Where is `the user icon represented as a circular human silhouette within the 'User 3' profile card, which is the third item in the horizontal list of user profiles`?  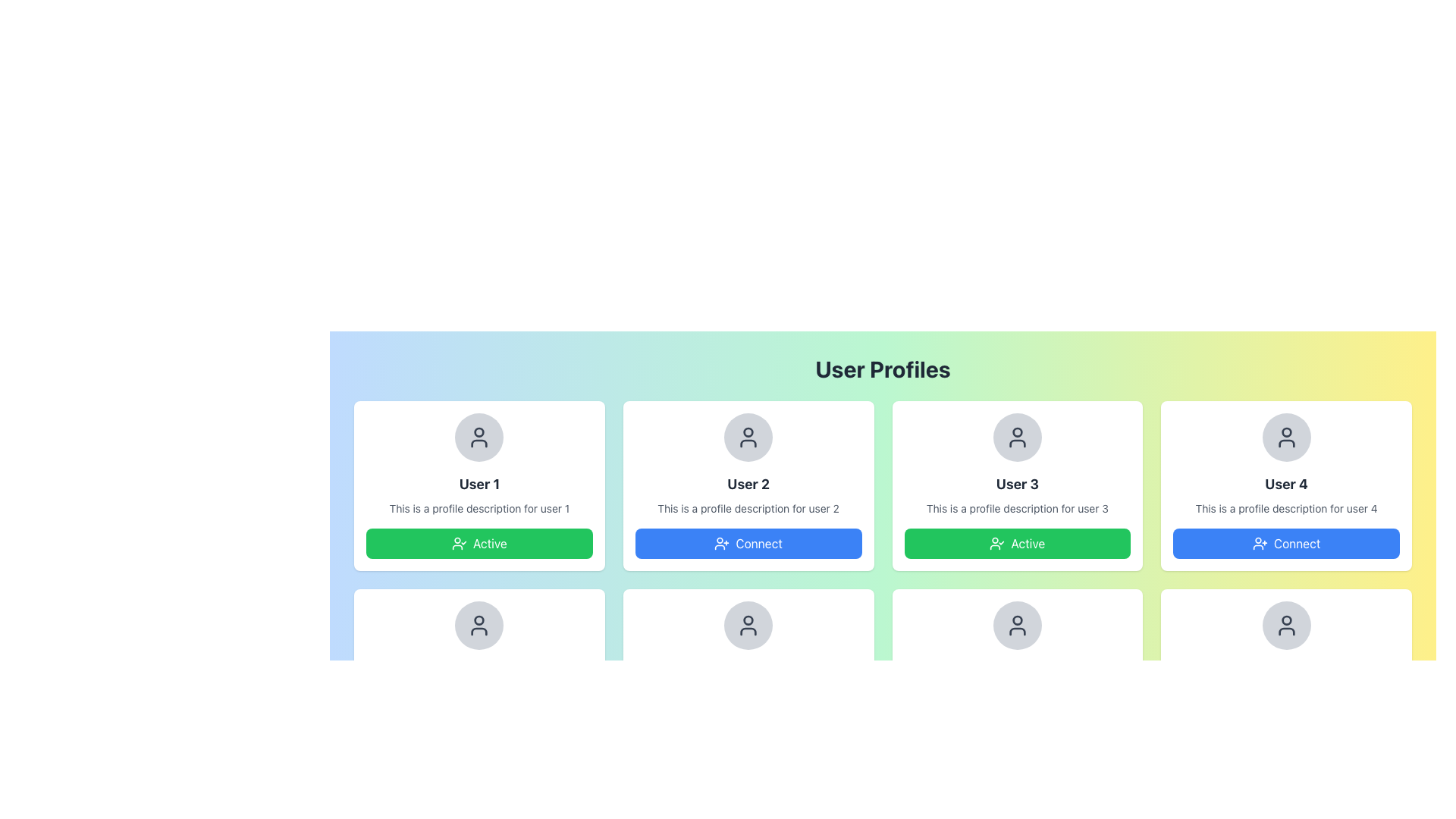 the user icon represented as a circular human silhouette within the 'User 3' profile card, which is the third item in the horizontal list of user profiles is located at coordinates (1017, 438).